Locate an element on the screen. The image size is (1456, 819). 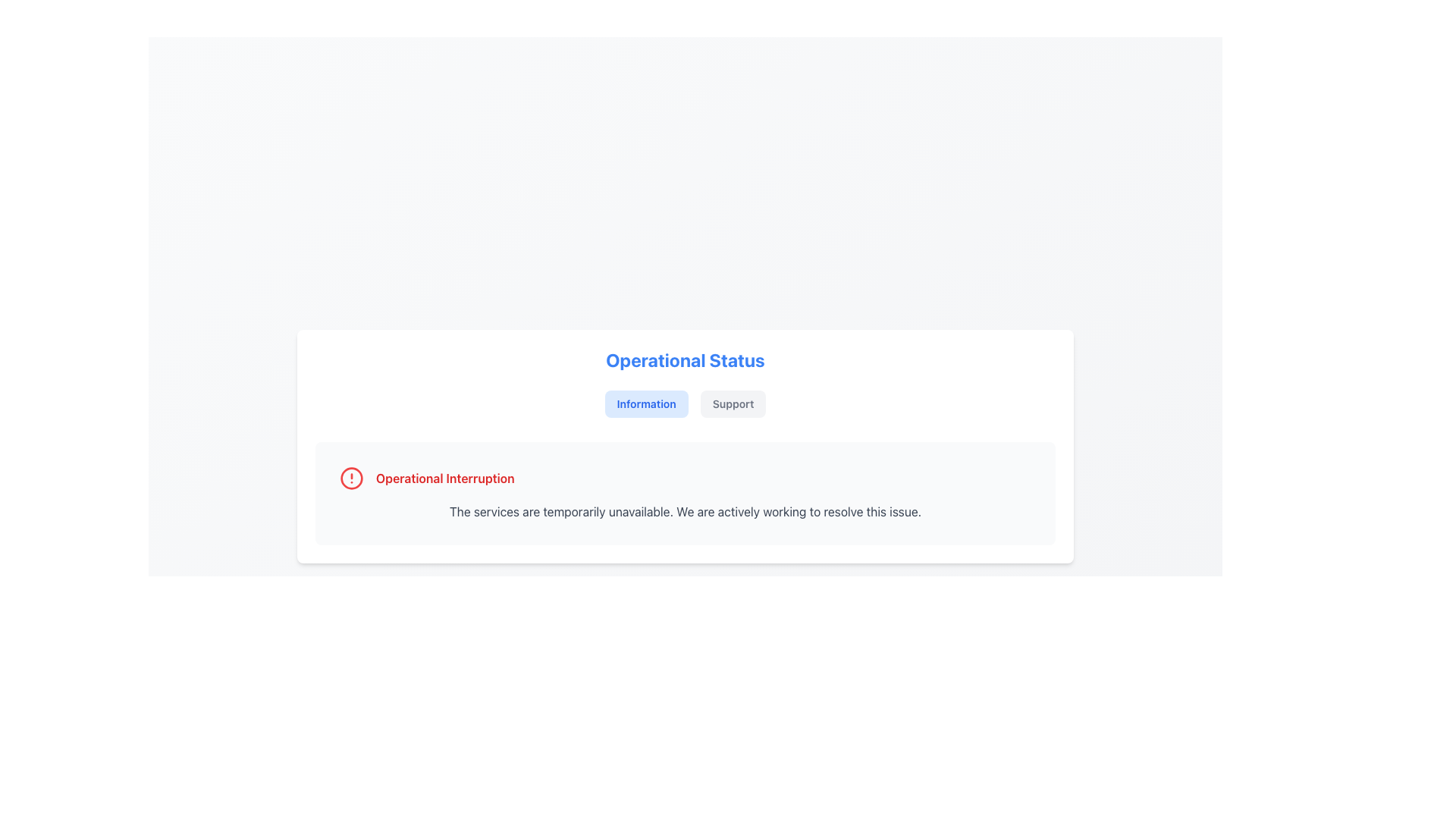
the warning icon SVG graphic element located next to the 'Operational Interruption' text in the main content area is located at coordinates (351, 479).